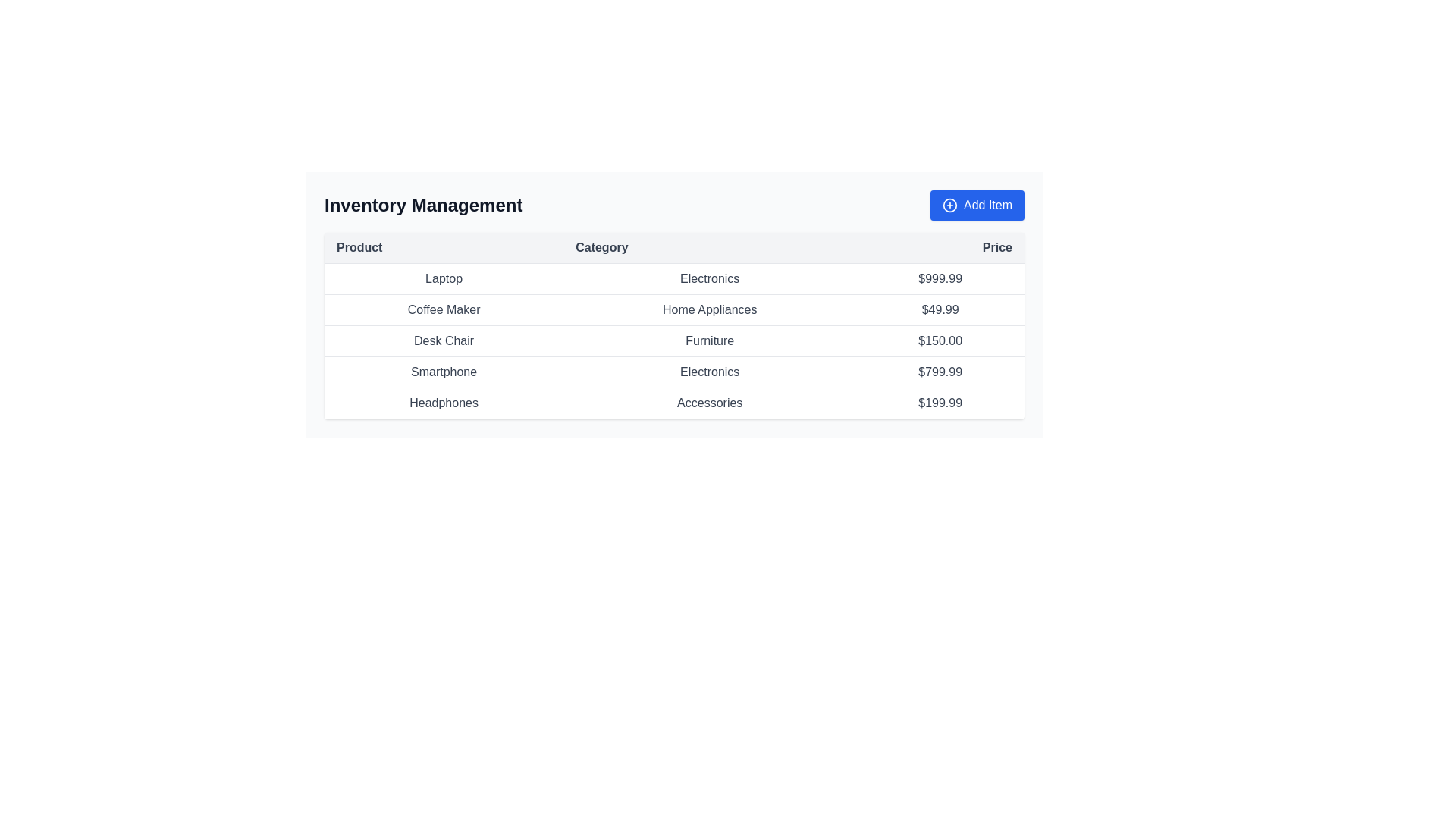 This screenshot has height=819, width=1456. I want to click on the third row in the inventory table that indicates a product, its category, and price, so click(673, 341).